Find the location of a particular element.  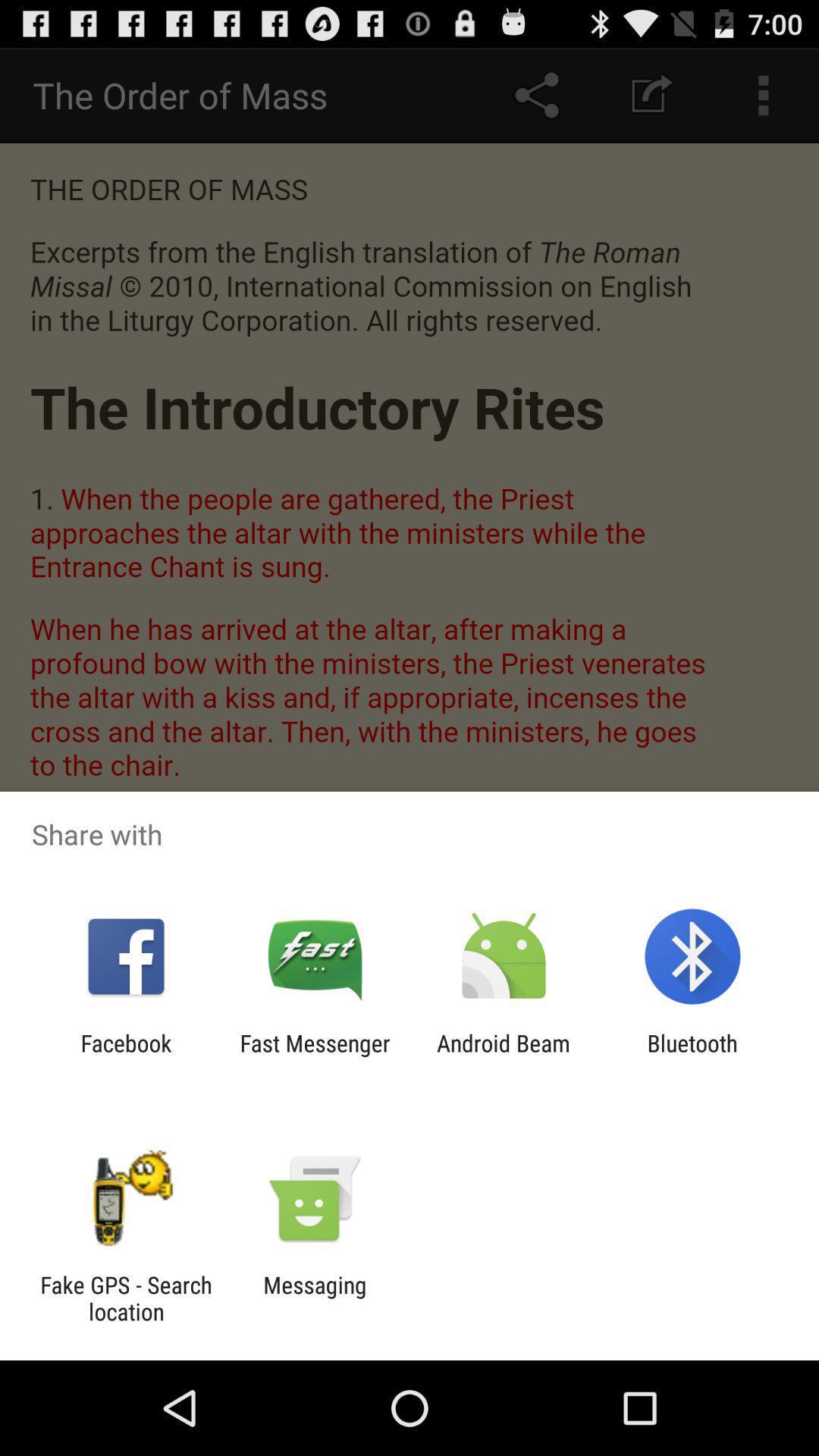

the bluetooth icon is located at coordinates (692, 1056).